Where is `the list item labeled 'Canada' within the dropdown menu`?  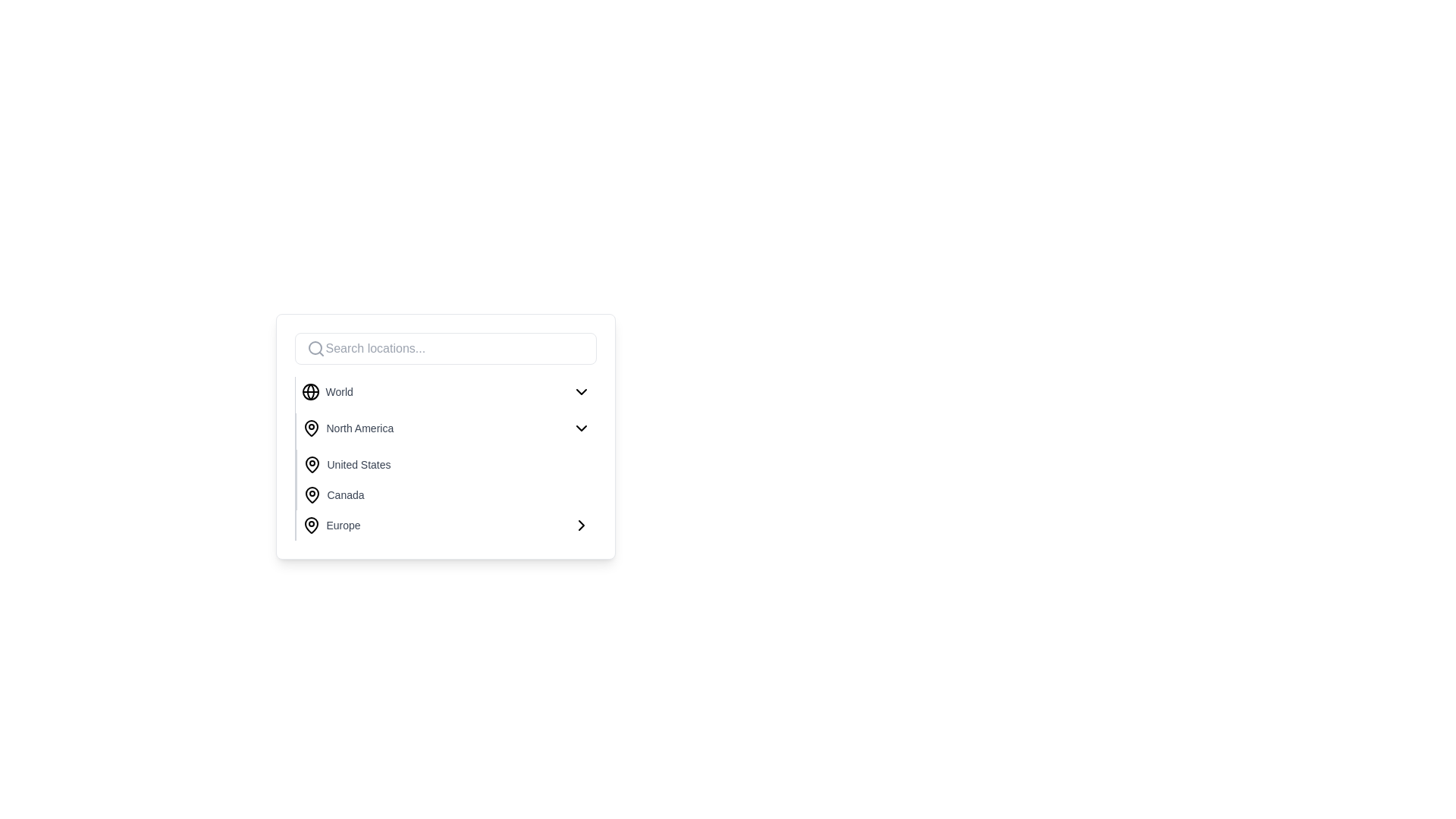
the list item labeled 'Canada' within the dropdown menu is located at coordinates (333, 494).